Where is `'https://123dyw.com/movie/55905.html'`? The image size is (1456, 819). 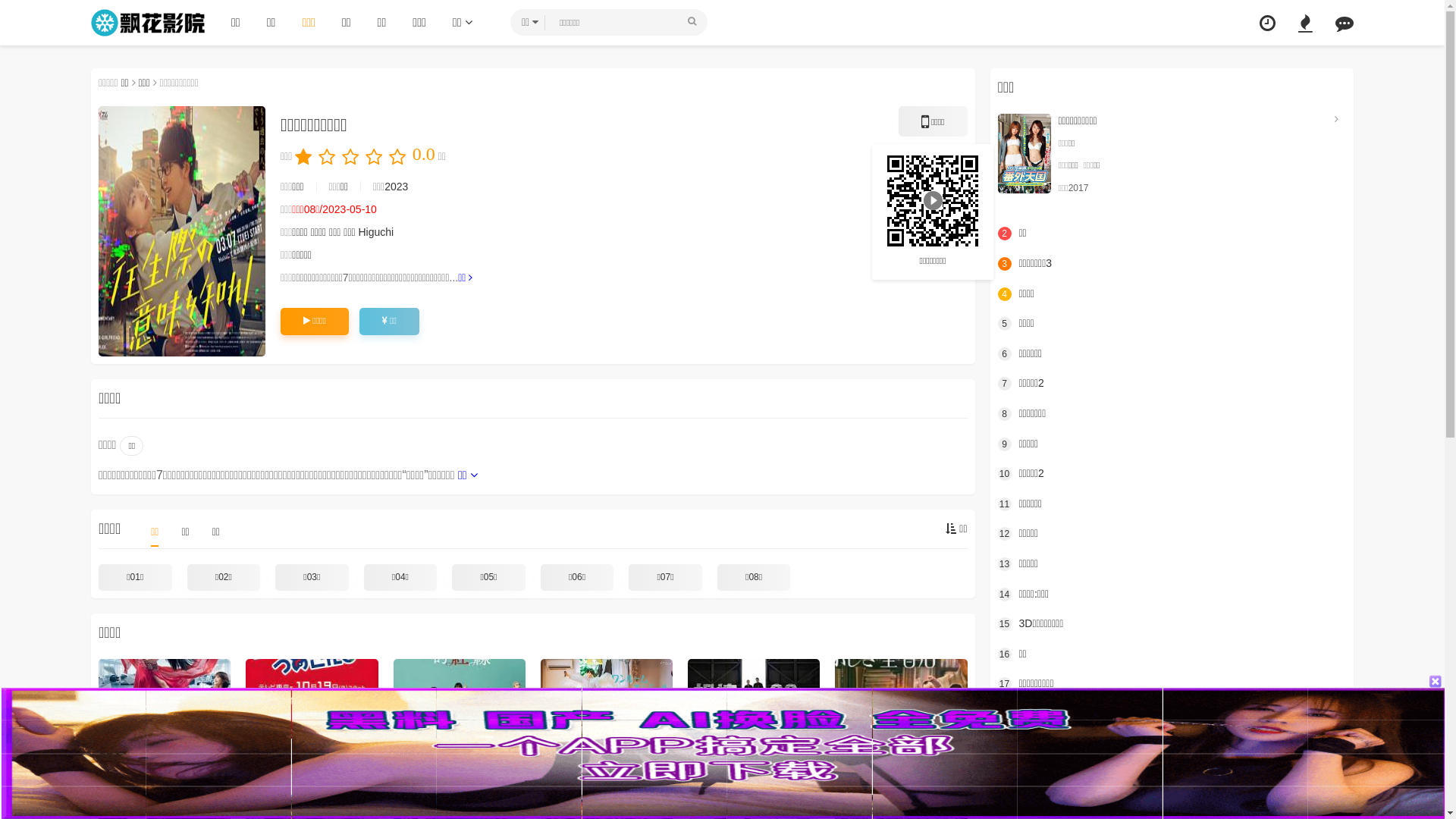 'https://123dyw.com/movie/55905.html' is located at coordinates (931, 199).